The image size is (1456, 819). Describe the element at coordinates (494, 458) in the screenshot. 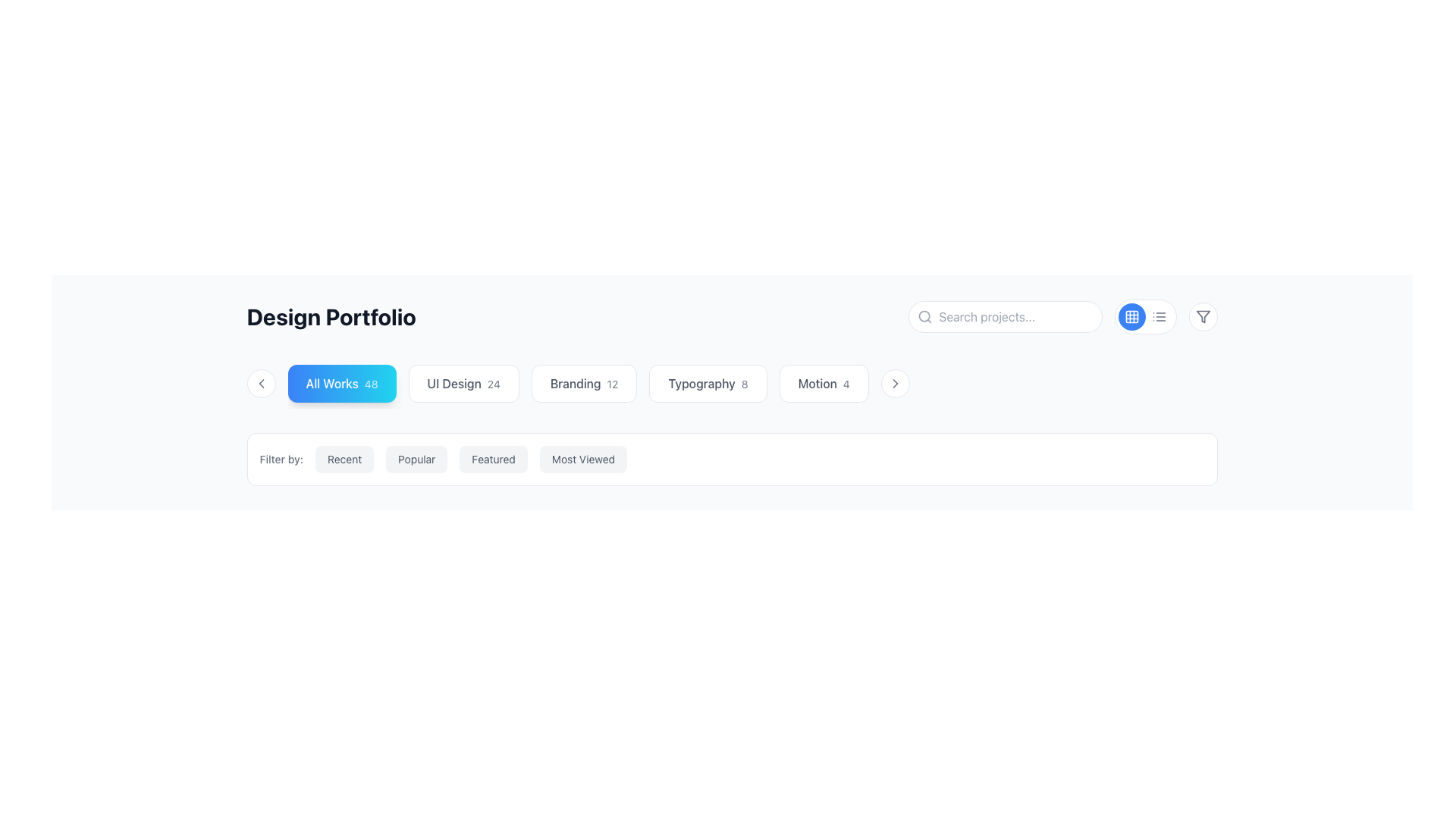

I see `the 'Featured' button, which is a rectangular button with rounded corners and a light gray background` at that location.